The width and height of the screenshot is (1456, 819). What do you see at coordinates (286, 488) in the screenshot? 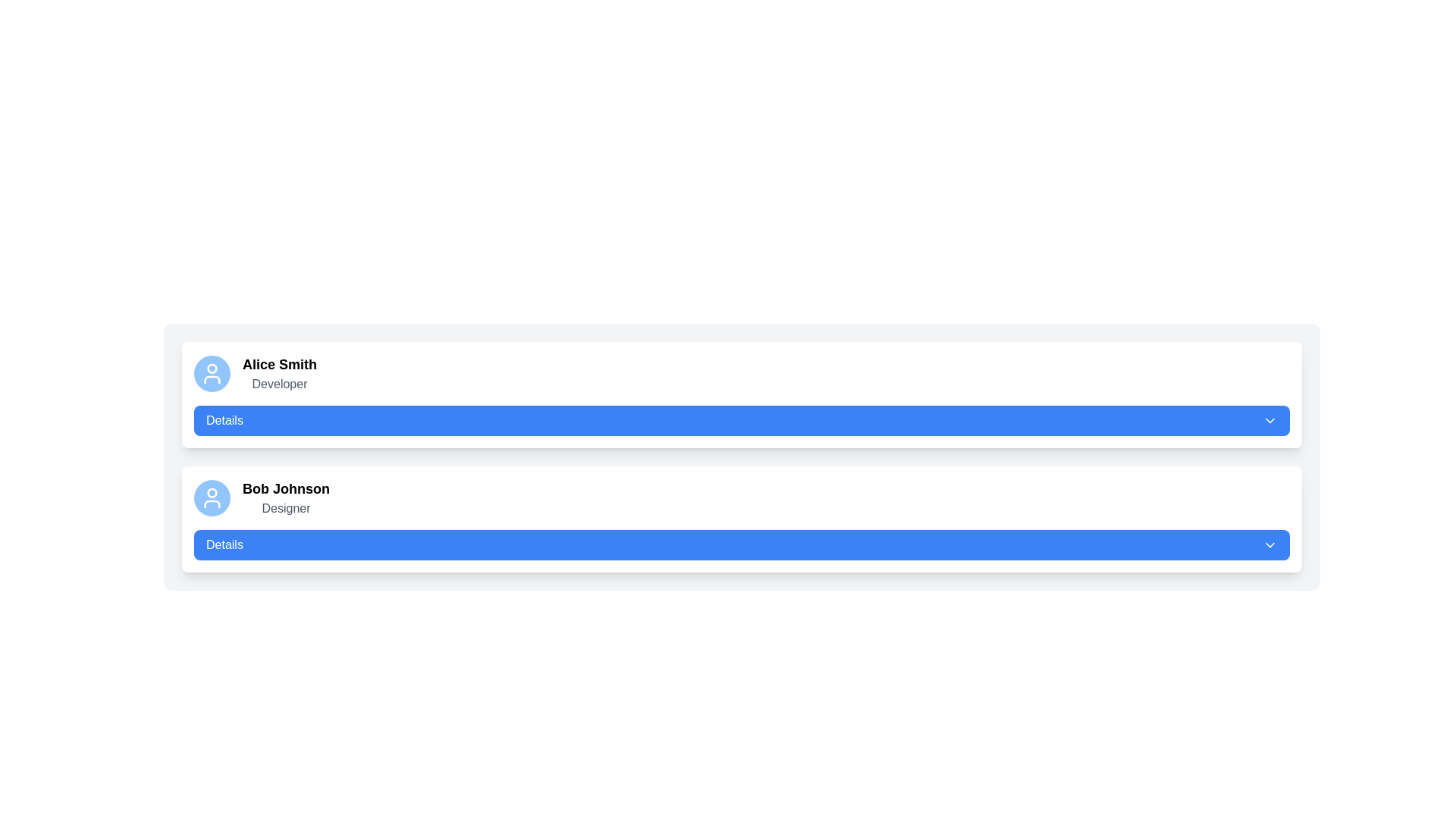
I see `the Text label displaying a person's name` at bounding box center [286, 488].